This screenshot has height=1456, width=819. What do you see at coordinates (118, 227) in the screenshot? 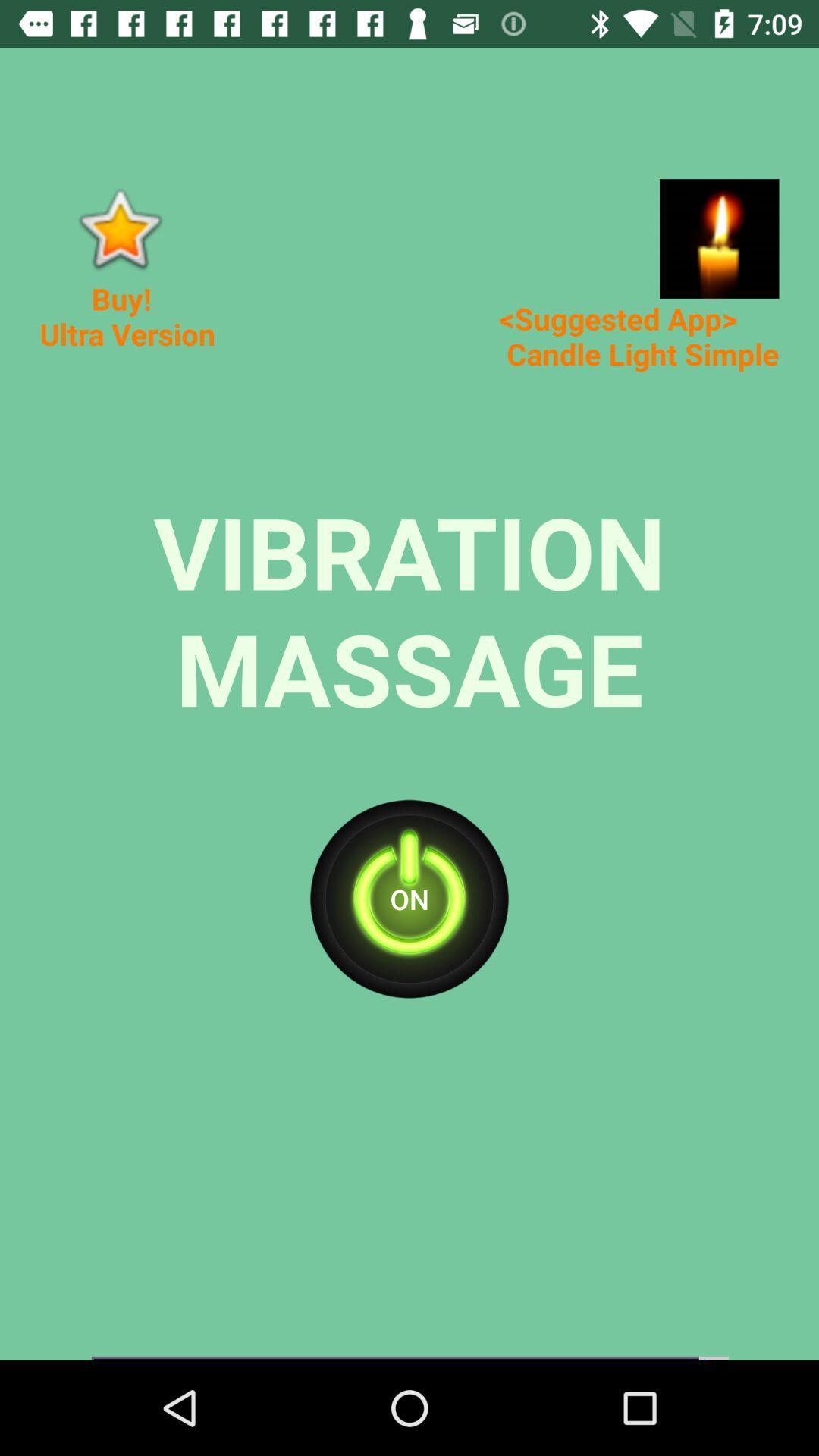
I see `app logo` at bounding box center [118, 227].